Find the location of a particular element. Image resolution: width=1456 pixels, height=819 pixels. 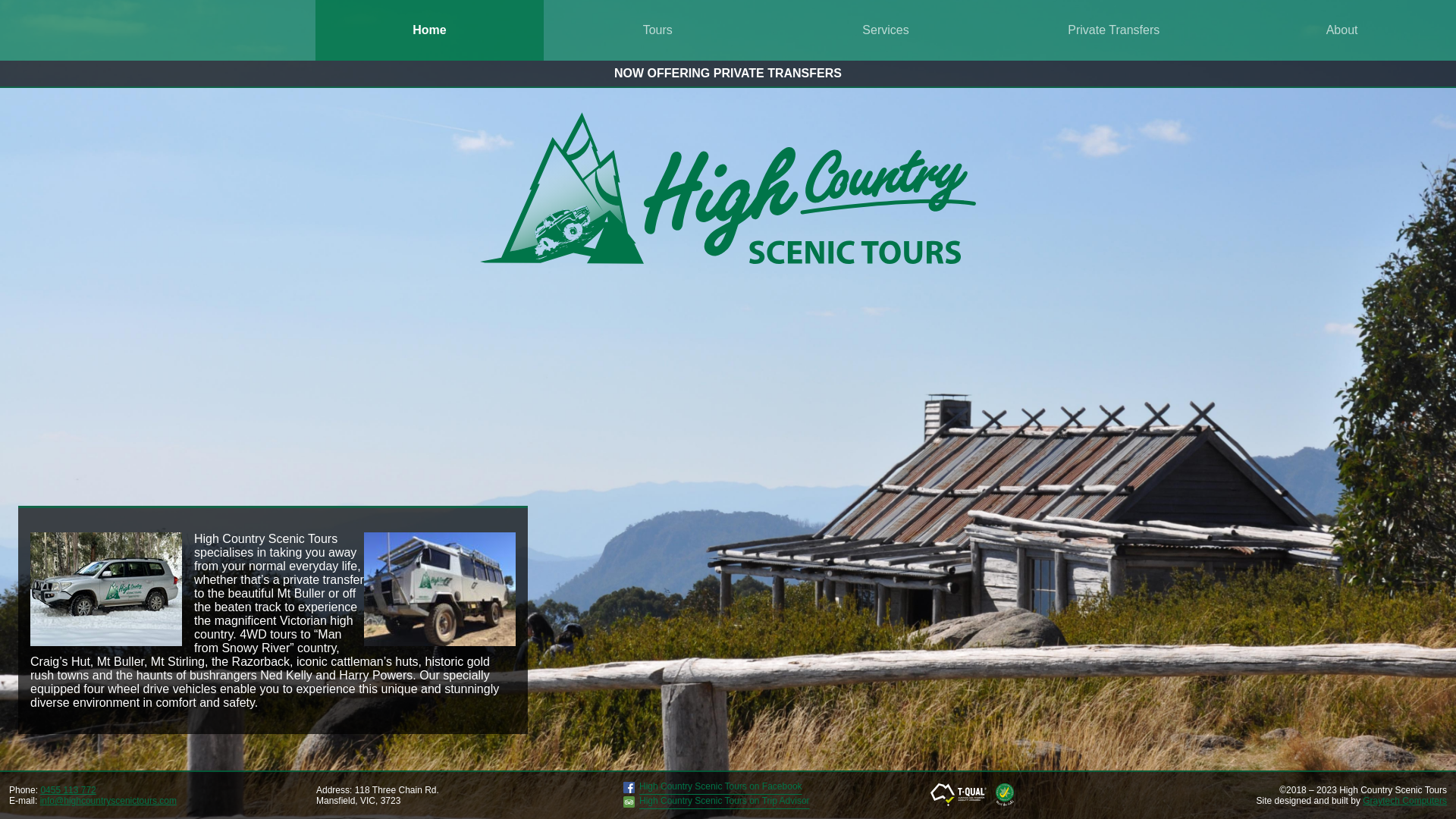

'Graytech Computers' is located at coordinates (1362, 800).